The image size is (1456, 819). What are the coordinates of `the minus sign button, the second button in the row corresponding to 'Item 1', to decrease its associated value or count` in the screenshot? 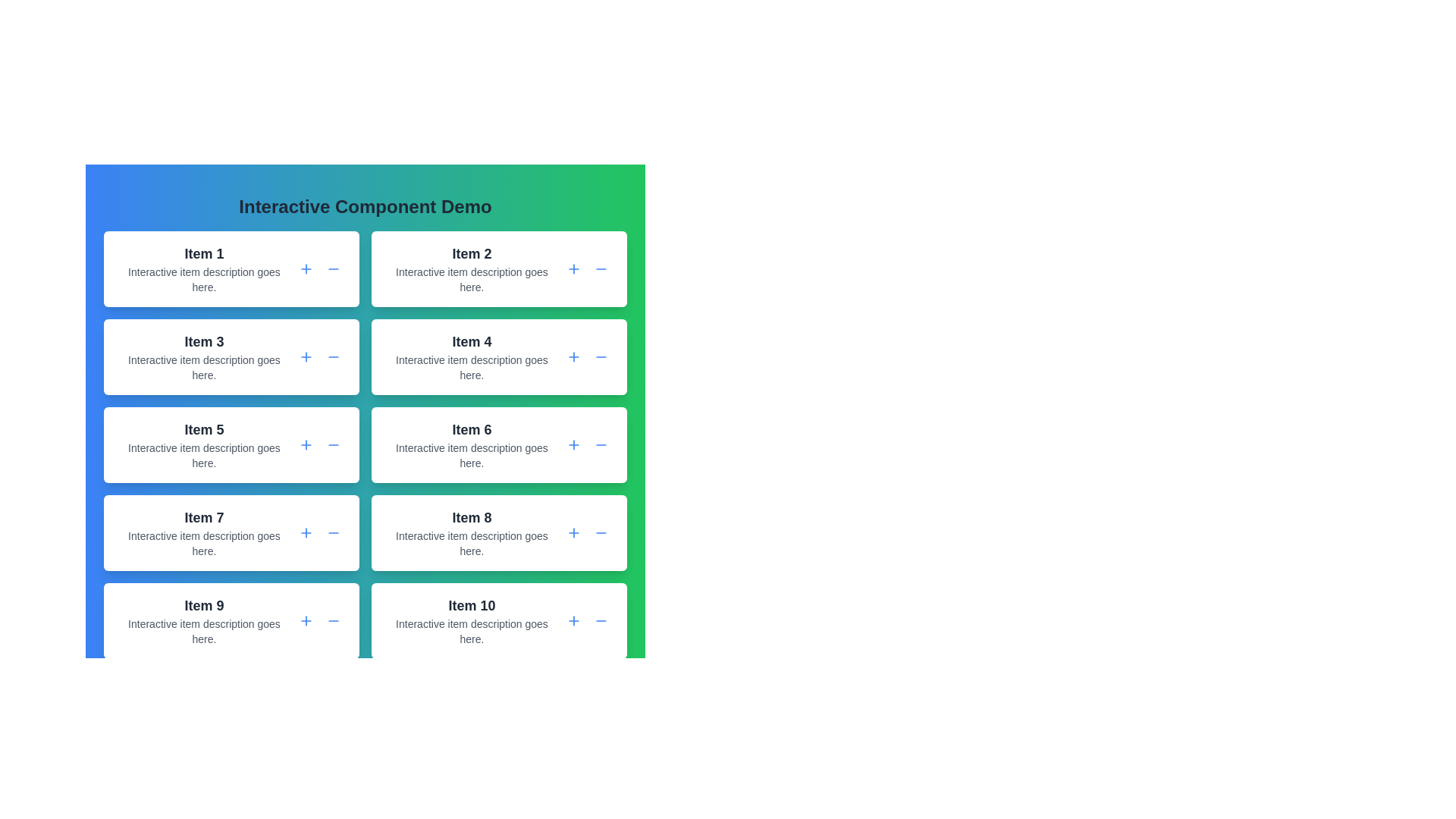 It's located at (333, 268).